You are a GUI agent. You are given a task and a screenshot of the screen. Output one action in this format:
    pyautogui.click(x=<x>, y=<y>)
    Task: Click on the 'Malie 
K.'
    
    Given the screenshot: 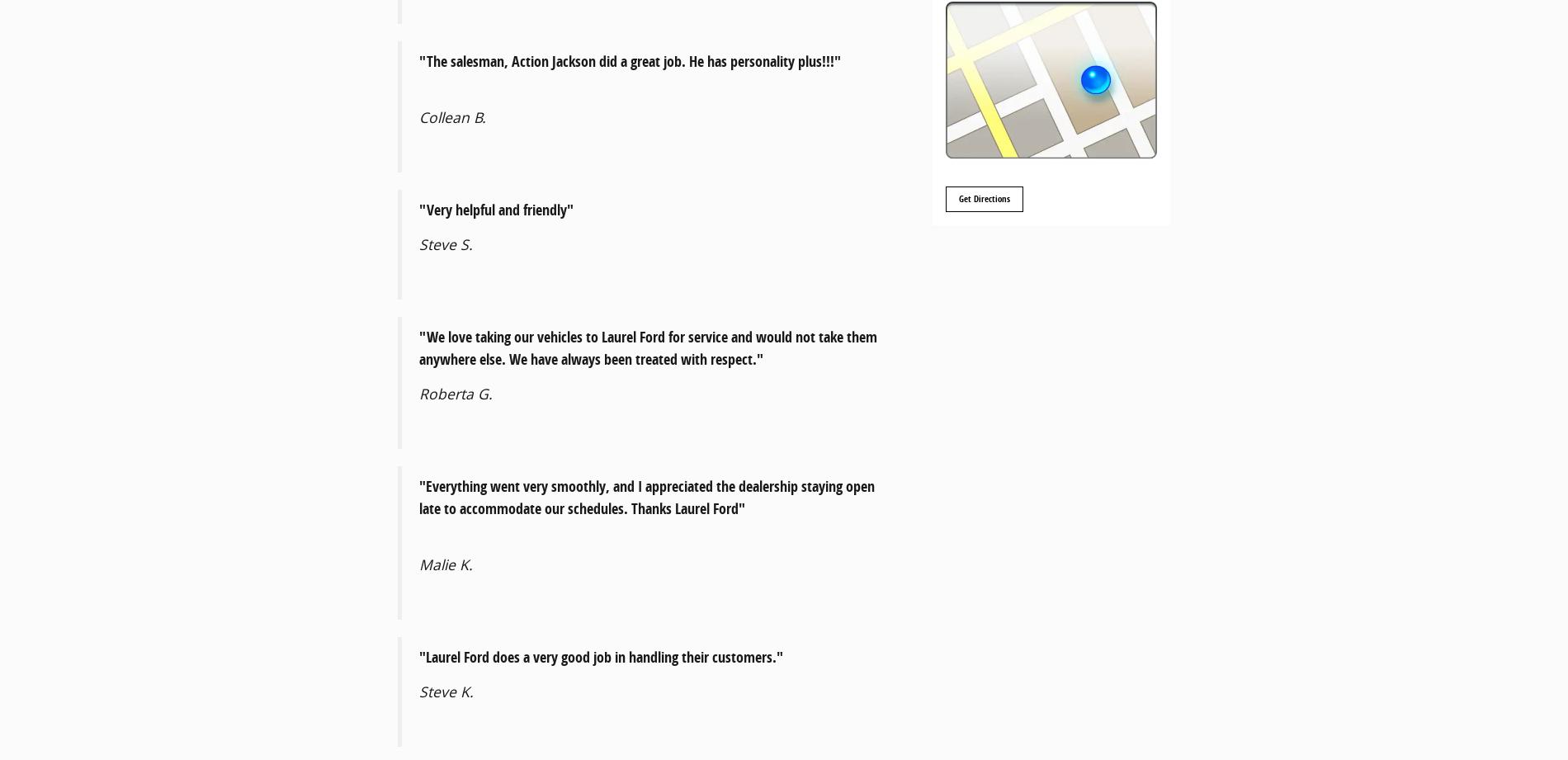 What is the action you would take?
    pyautogui.click(x=446, y=564)
    